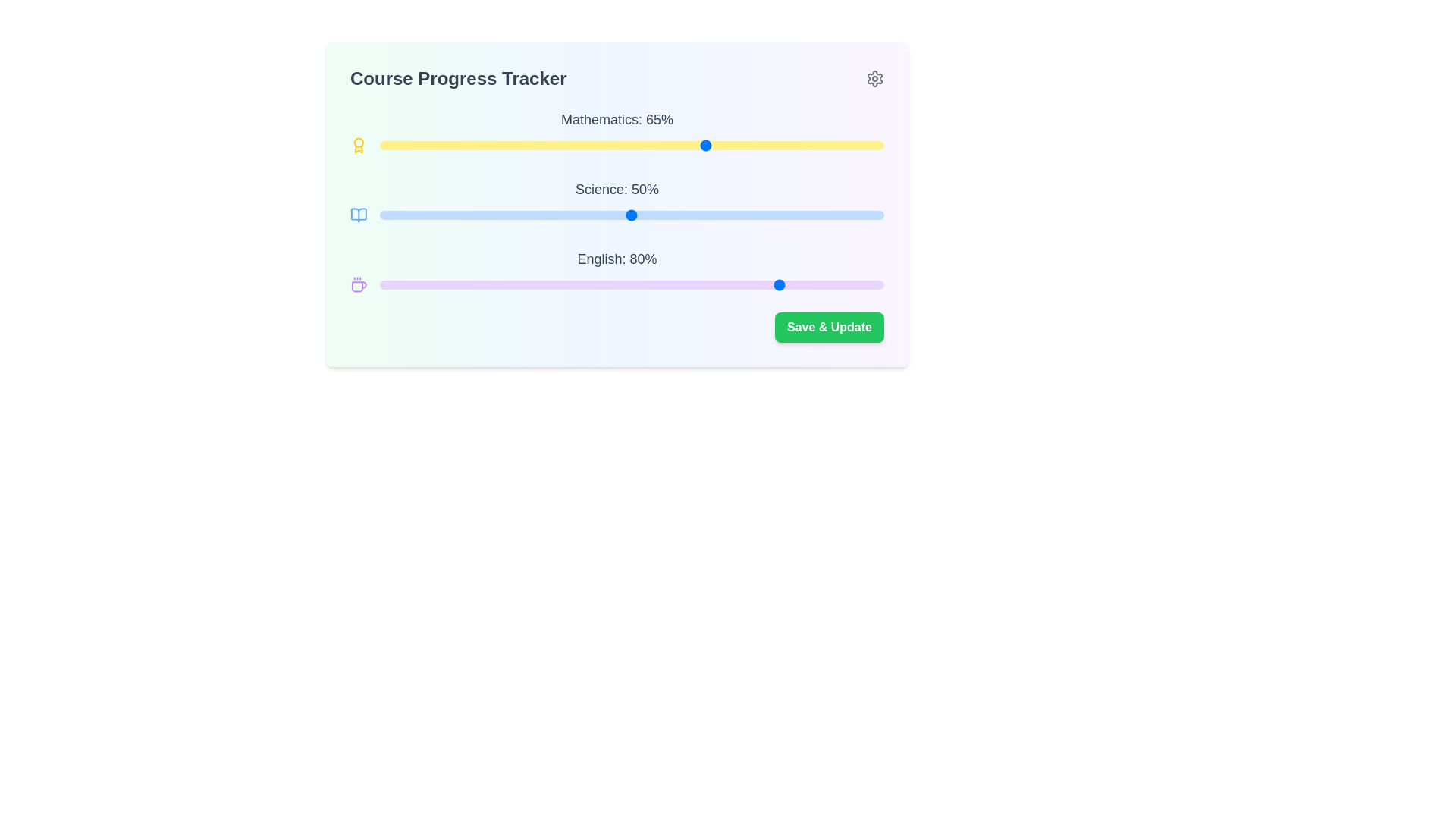 The width and height of the screenshot is (1456, 819). Describe the element at coordinates (358, 143) in the screenshot. I see `the SVG circle element that signifies an award or achievement within the badge icon, located near the top-left corner of the progress tracker interface adjacent to the Mathematics progress bar` at that location.